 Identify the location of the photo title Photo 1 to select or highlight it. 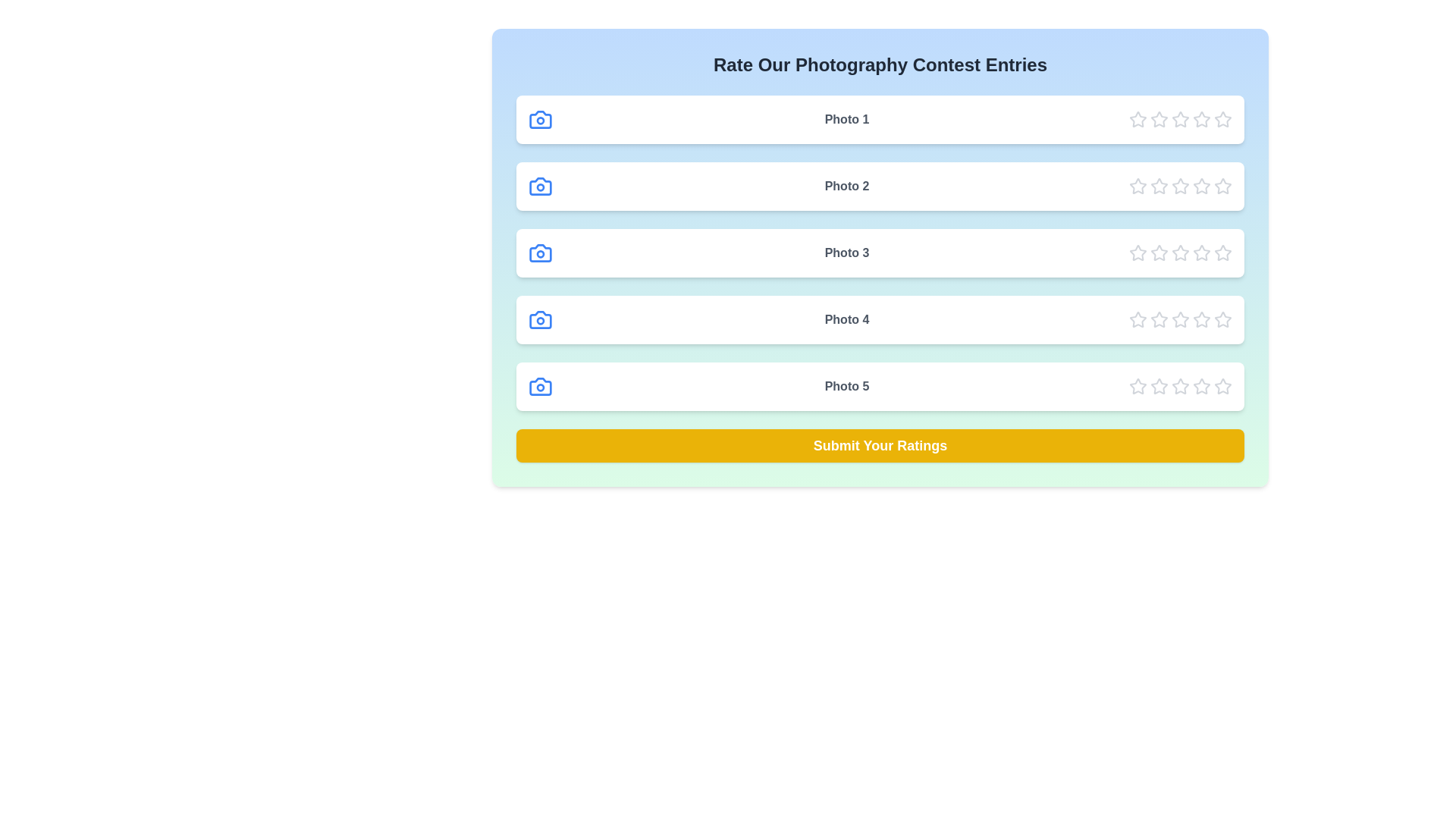
(846, 119).